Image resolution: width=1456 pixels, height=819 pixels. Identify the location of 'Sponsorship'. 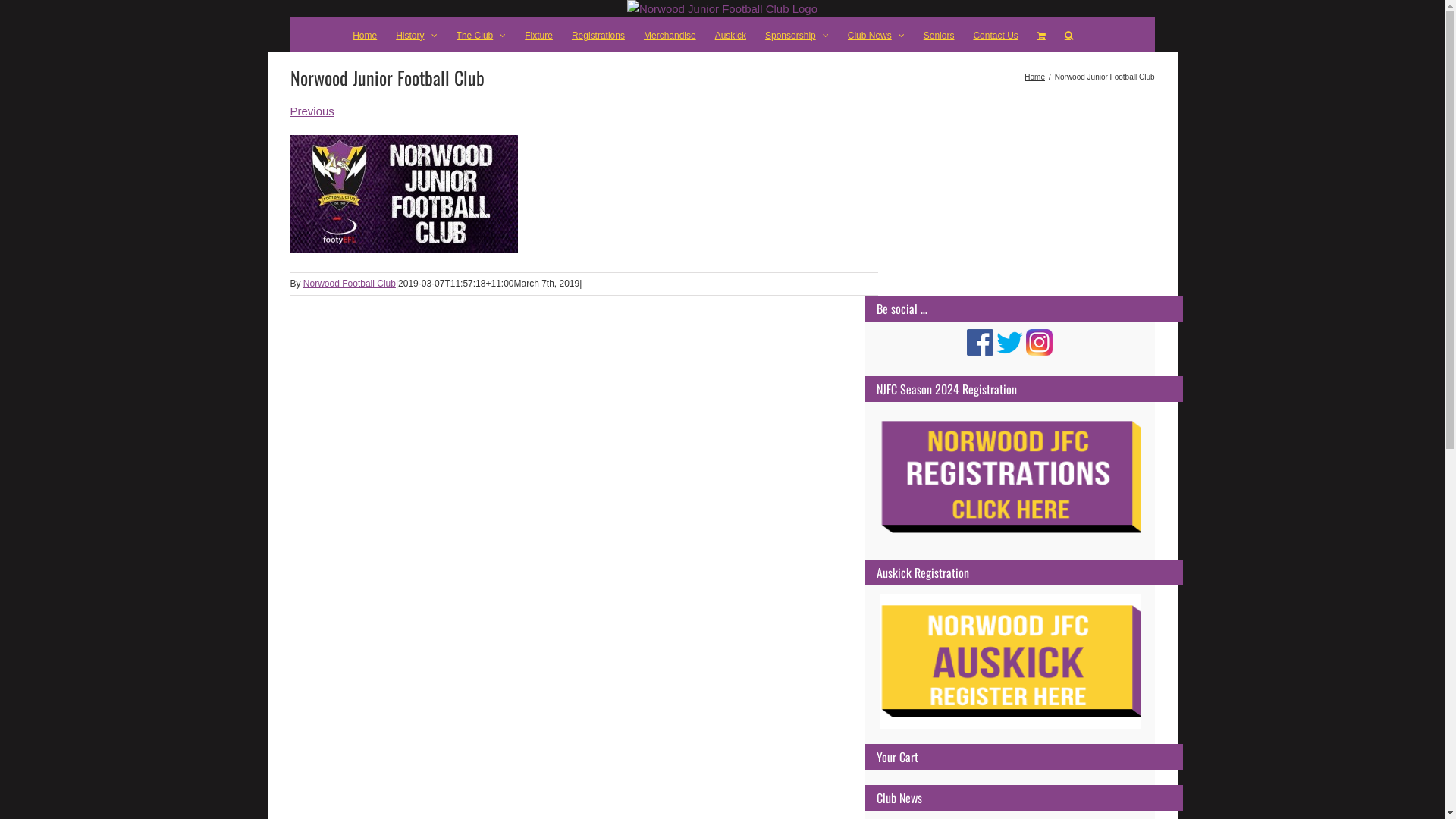
(796, 34).